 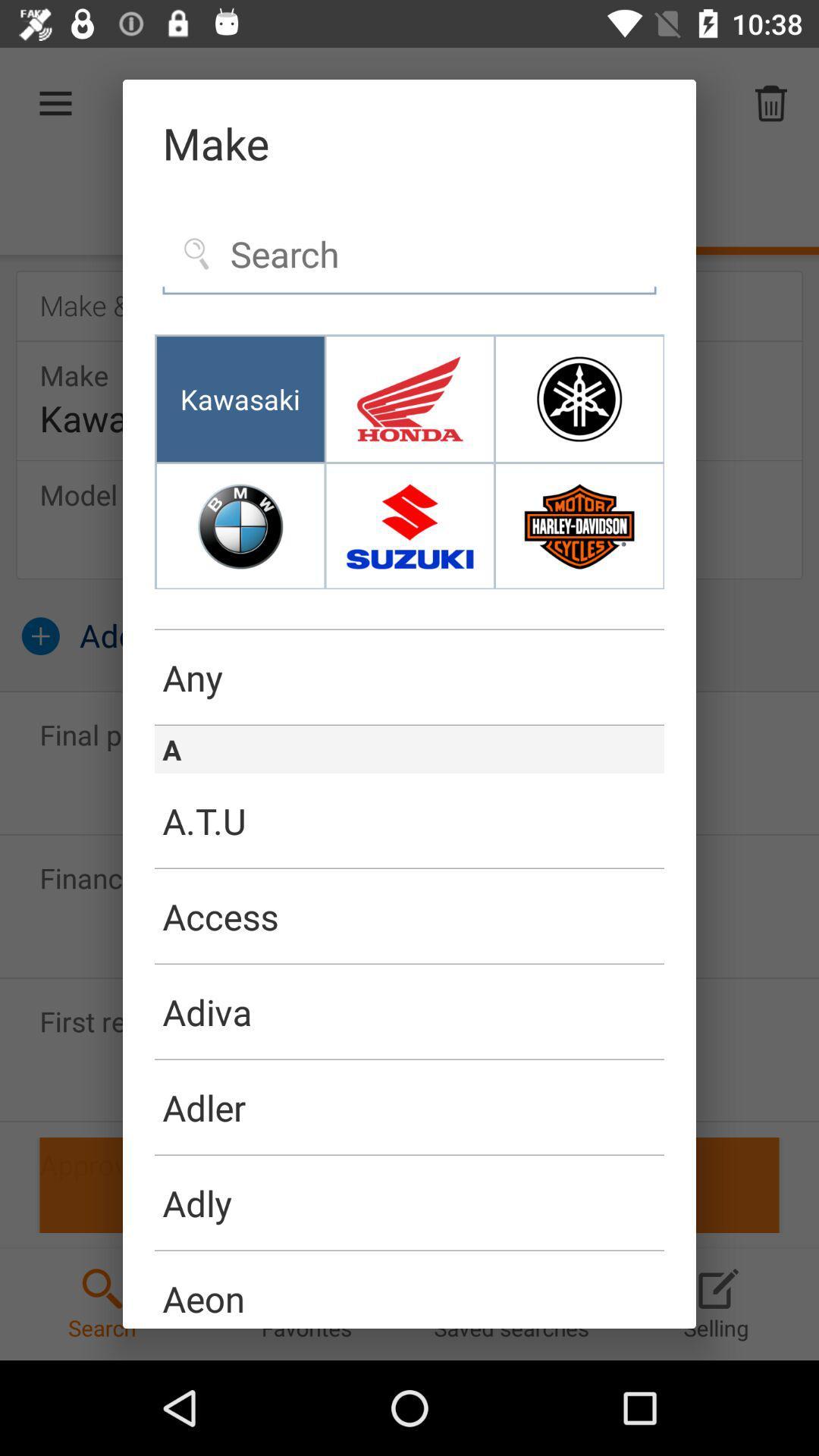 I want to click on the icon above a item, so click(x=409, y=724).